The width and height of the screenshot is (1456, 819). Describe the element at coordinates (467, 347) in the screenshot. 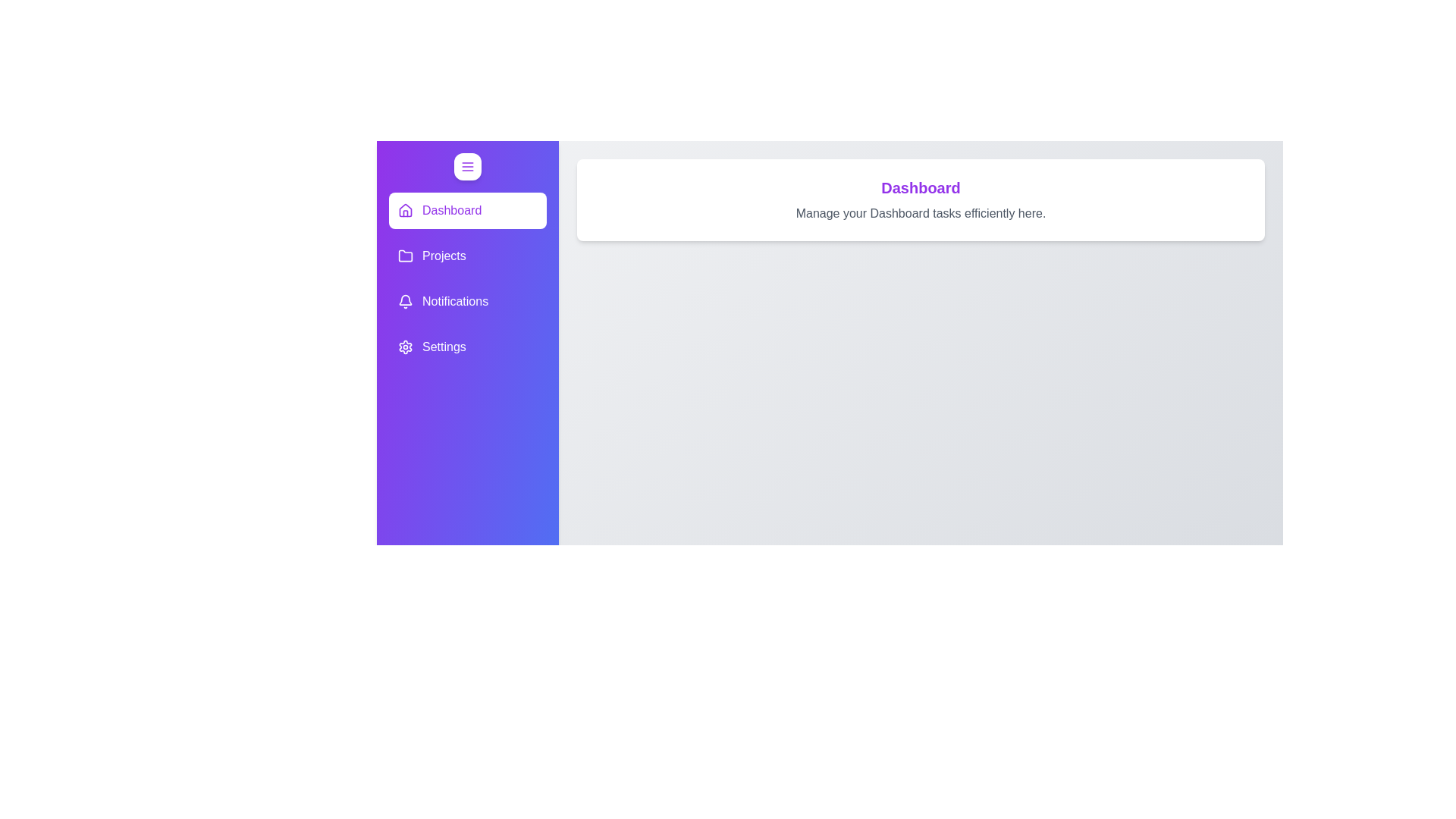

I see `the element labeled Settings to observe its hover effects` at that location.